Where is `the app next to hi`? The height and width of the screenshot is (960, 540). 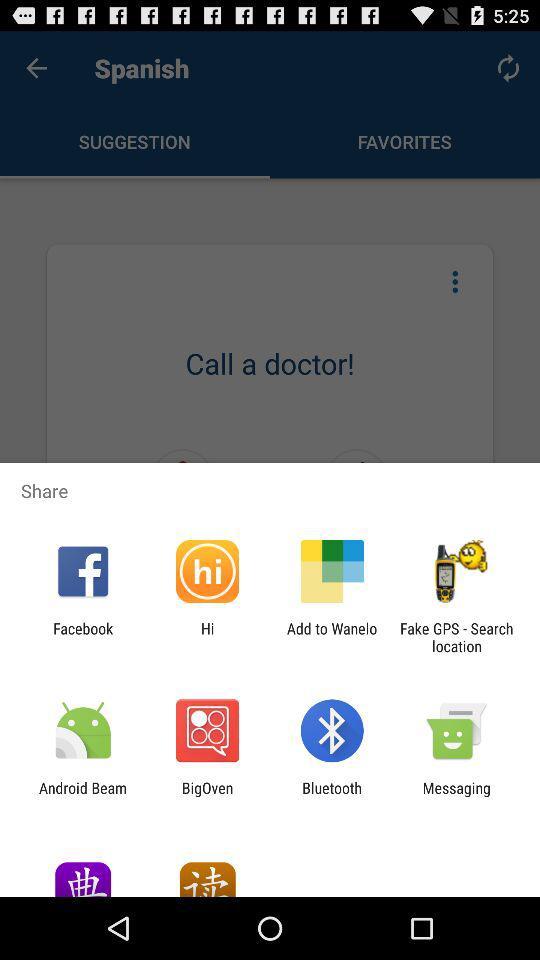 the app next to hi is located at coordinates (332, 636).